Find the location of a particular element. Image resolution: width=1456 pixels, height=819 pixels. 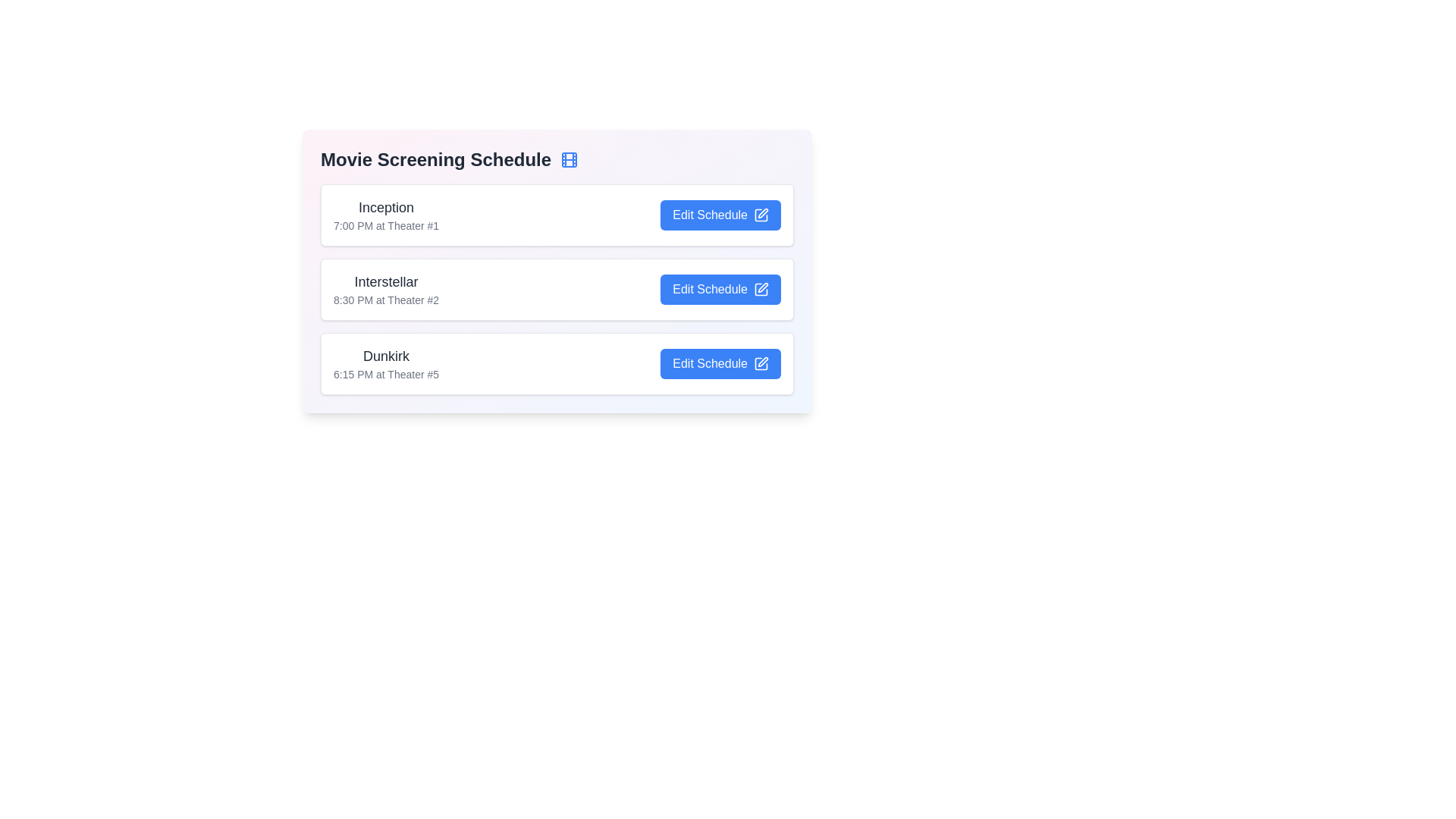

the 'Edit Schedule' button for the movie titled Dunkirk is located at coordinates (720, 363).